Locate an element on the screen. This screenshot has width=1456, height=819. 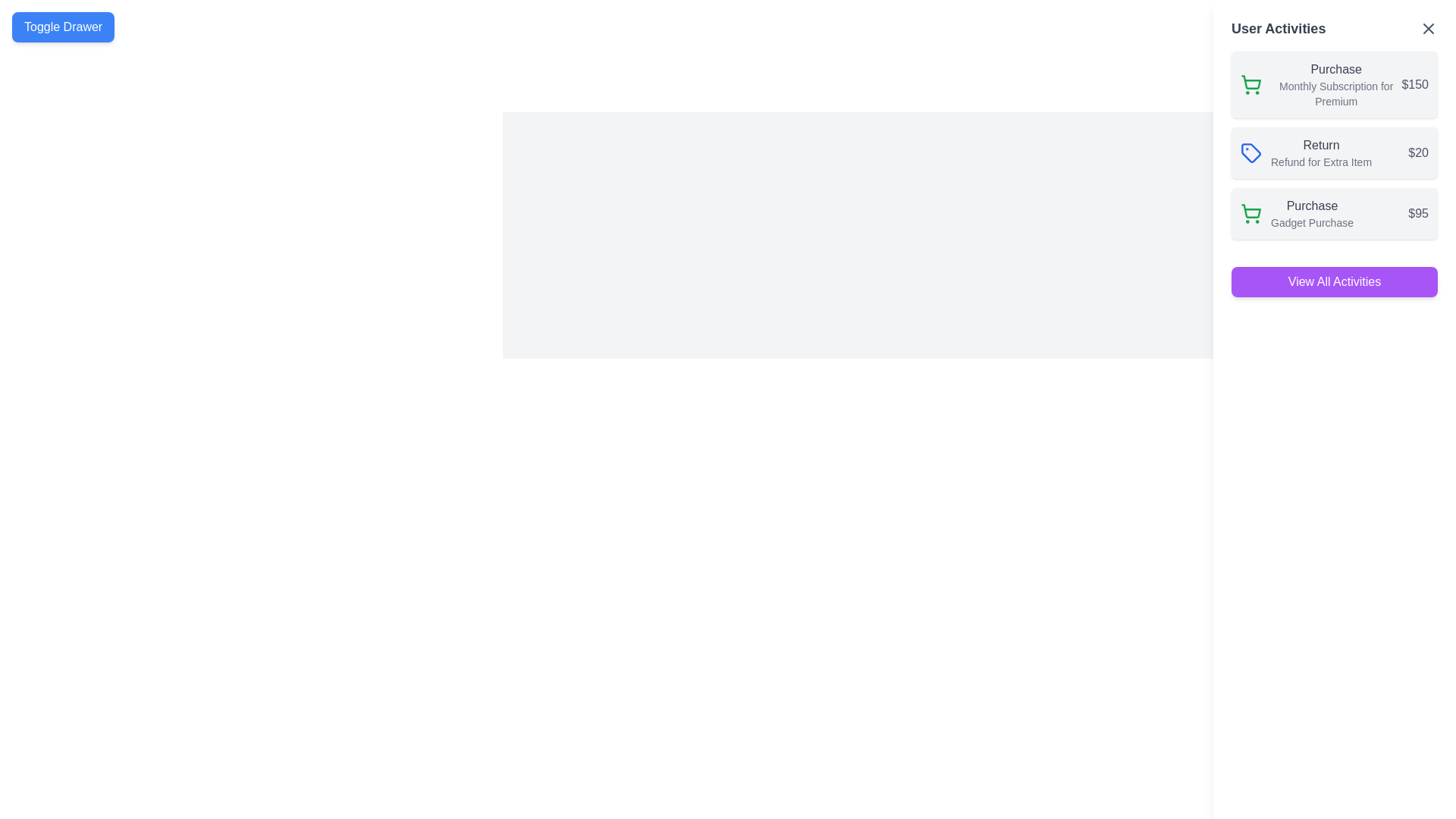
the 'Return' activity icon with a blue outline located in the 'User Activities' section, positioned to the left of the text 'Return' and 'Refund for Extra Item' is located at coordinates (1251, 152).